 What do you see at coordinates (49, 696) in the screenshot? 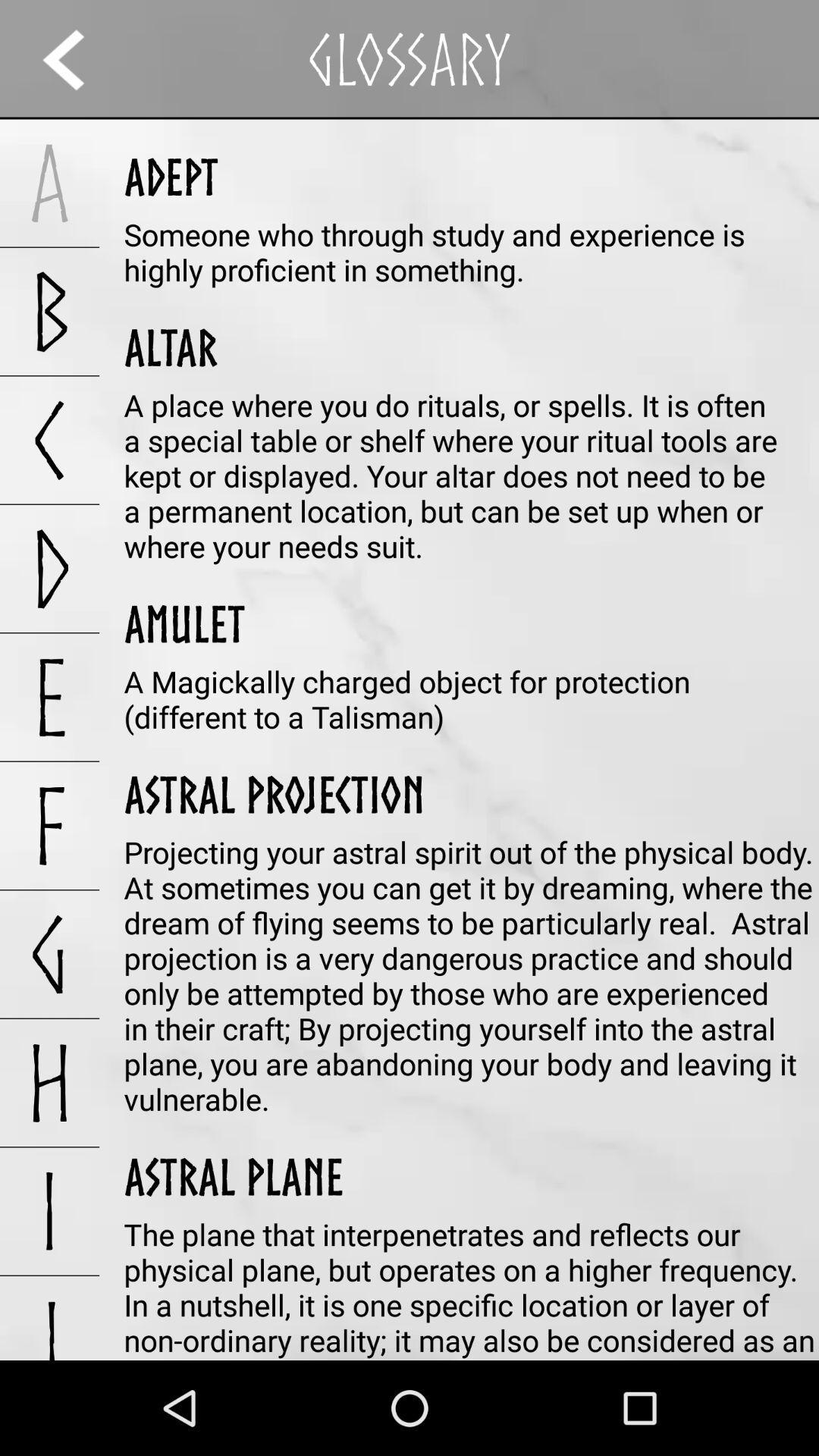
I see `icon to the left of amulet item` at bounding box center [49, 696].